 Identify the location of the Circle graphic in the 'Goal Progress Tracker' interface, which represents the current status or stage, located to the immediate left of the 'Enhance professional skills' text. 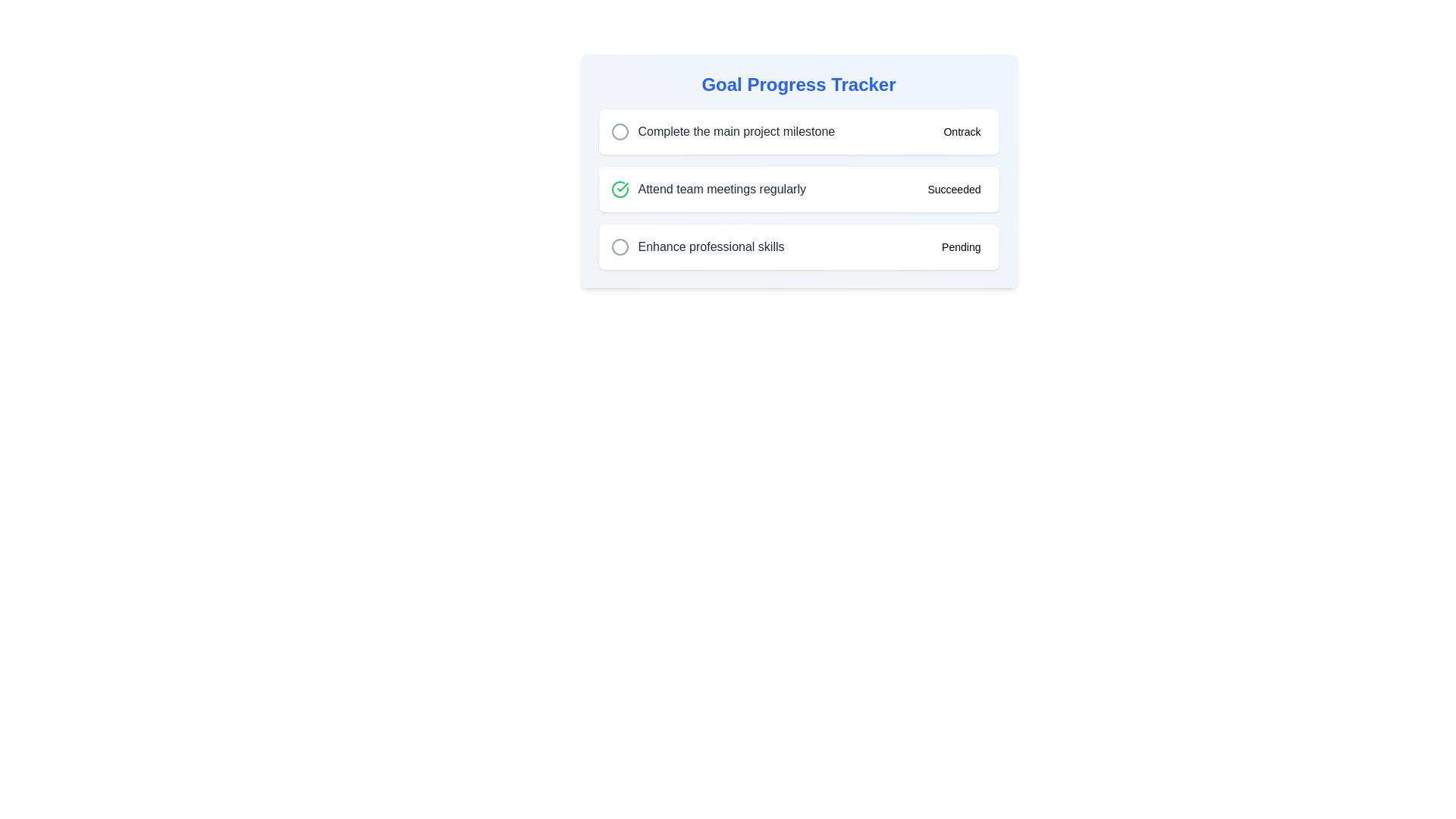
(620, 246).